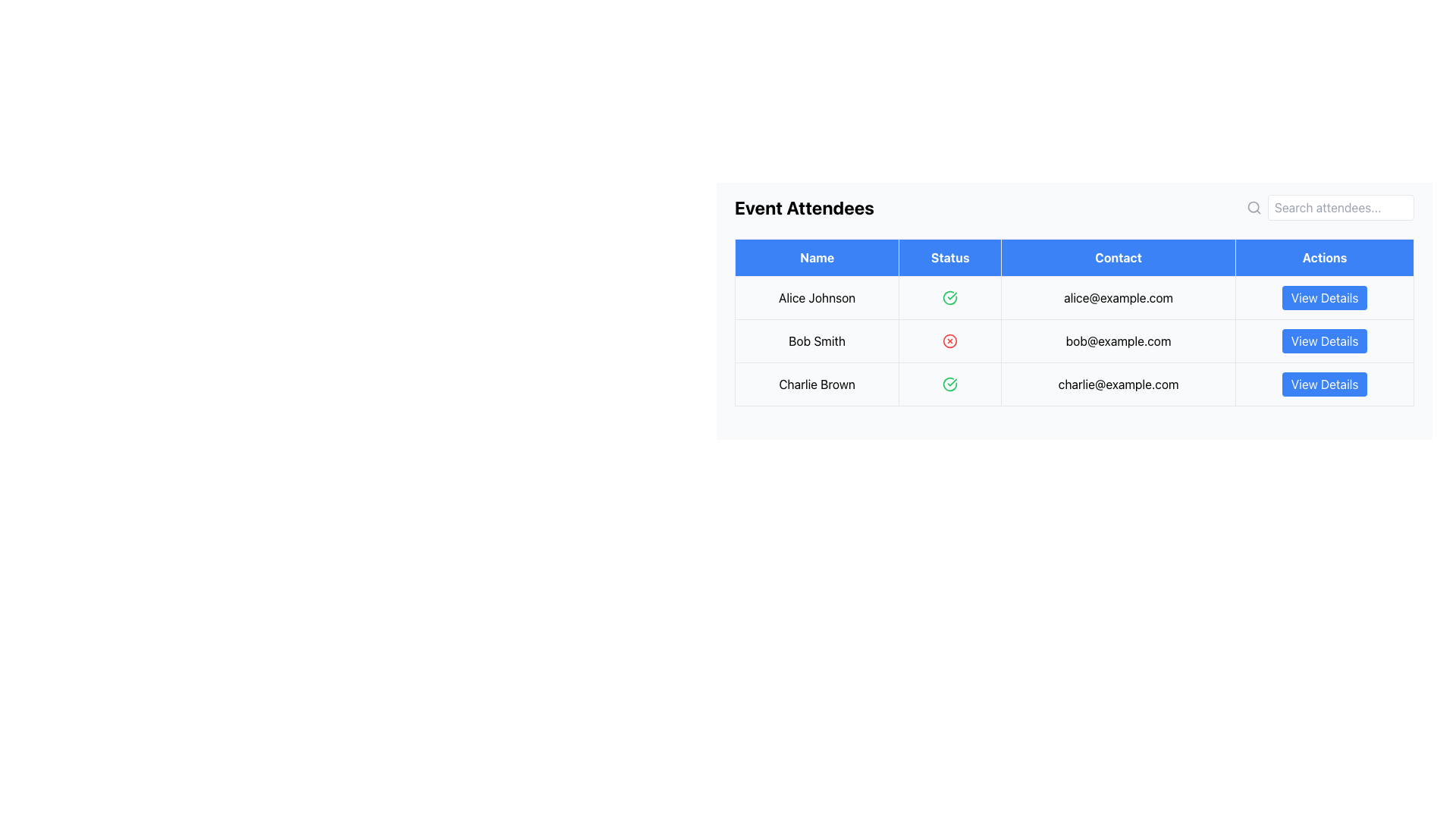 This screenshot has height=819, width=1456. I want to click on the status indication icon for 'Bob Smith' located in the second row under the 'Status' column of the 'Event Attendees' table, so click(949, 341).